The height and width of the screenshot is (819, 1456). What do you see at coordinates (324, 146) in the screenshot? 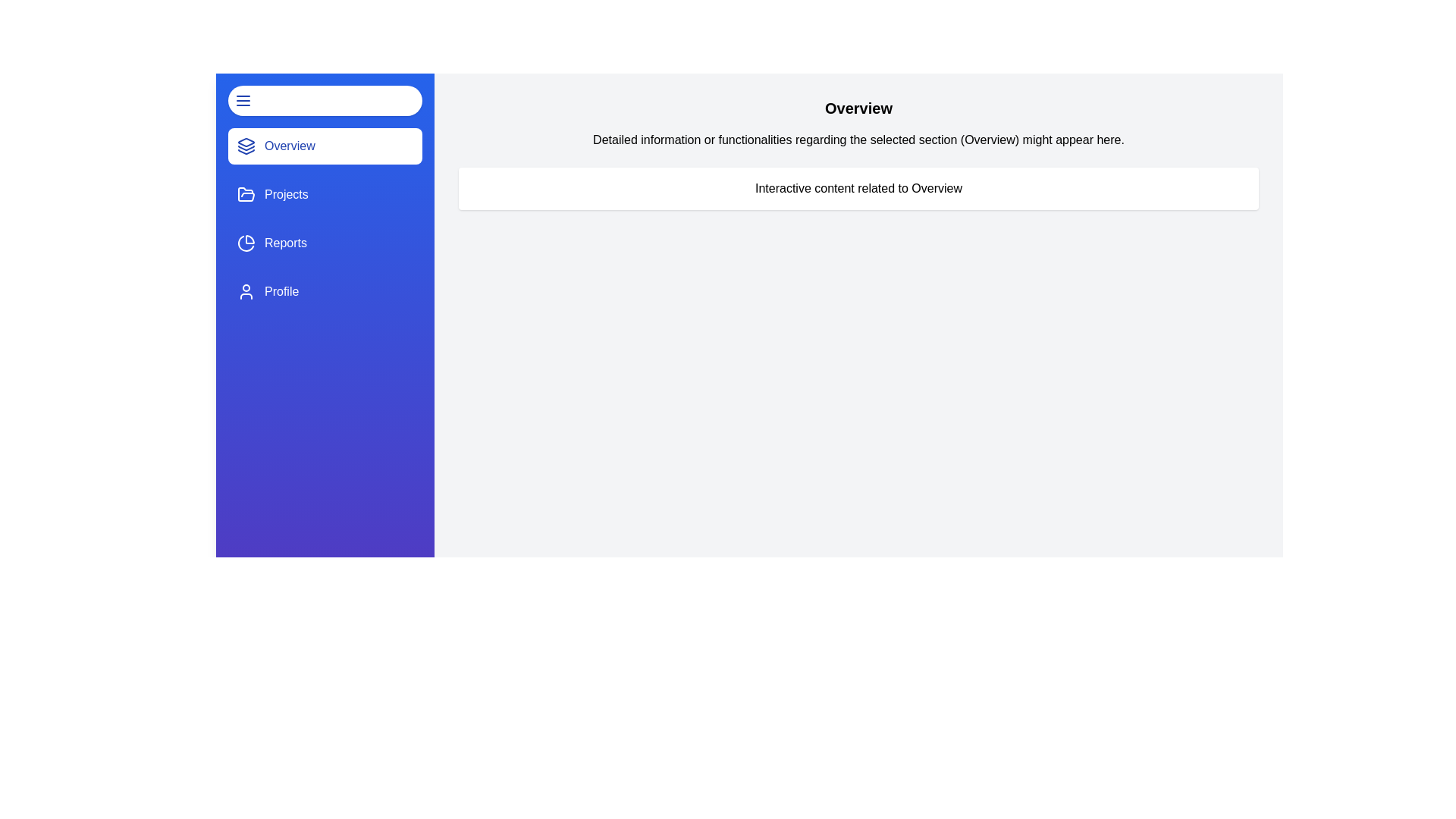
I see `the navigation section Overview` at bounding box center [324, 146].